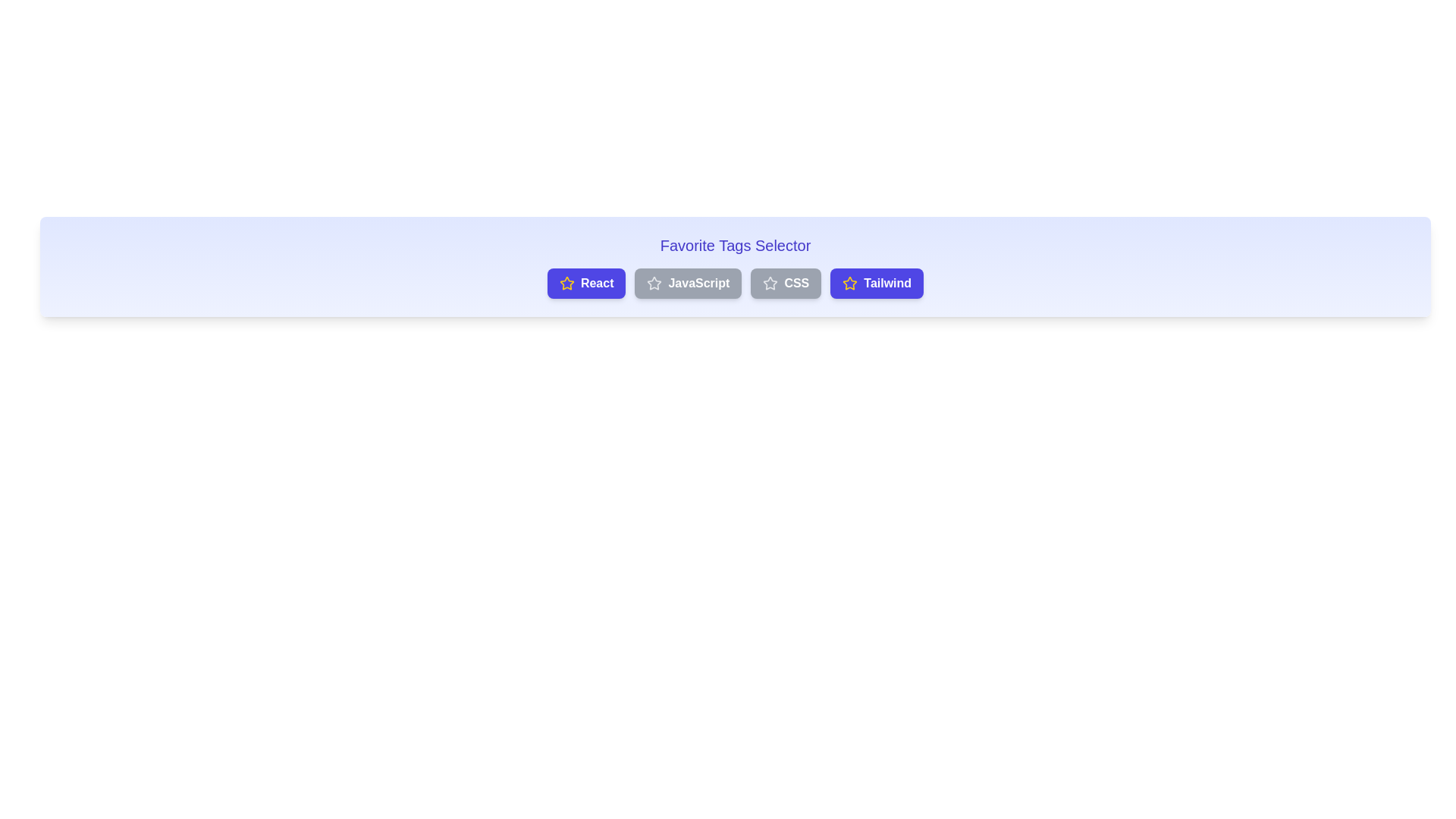  Describe the element at coordinates (850, 284) in the screenshot. I see `the star icon of the Tailwind button` at that location.